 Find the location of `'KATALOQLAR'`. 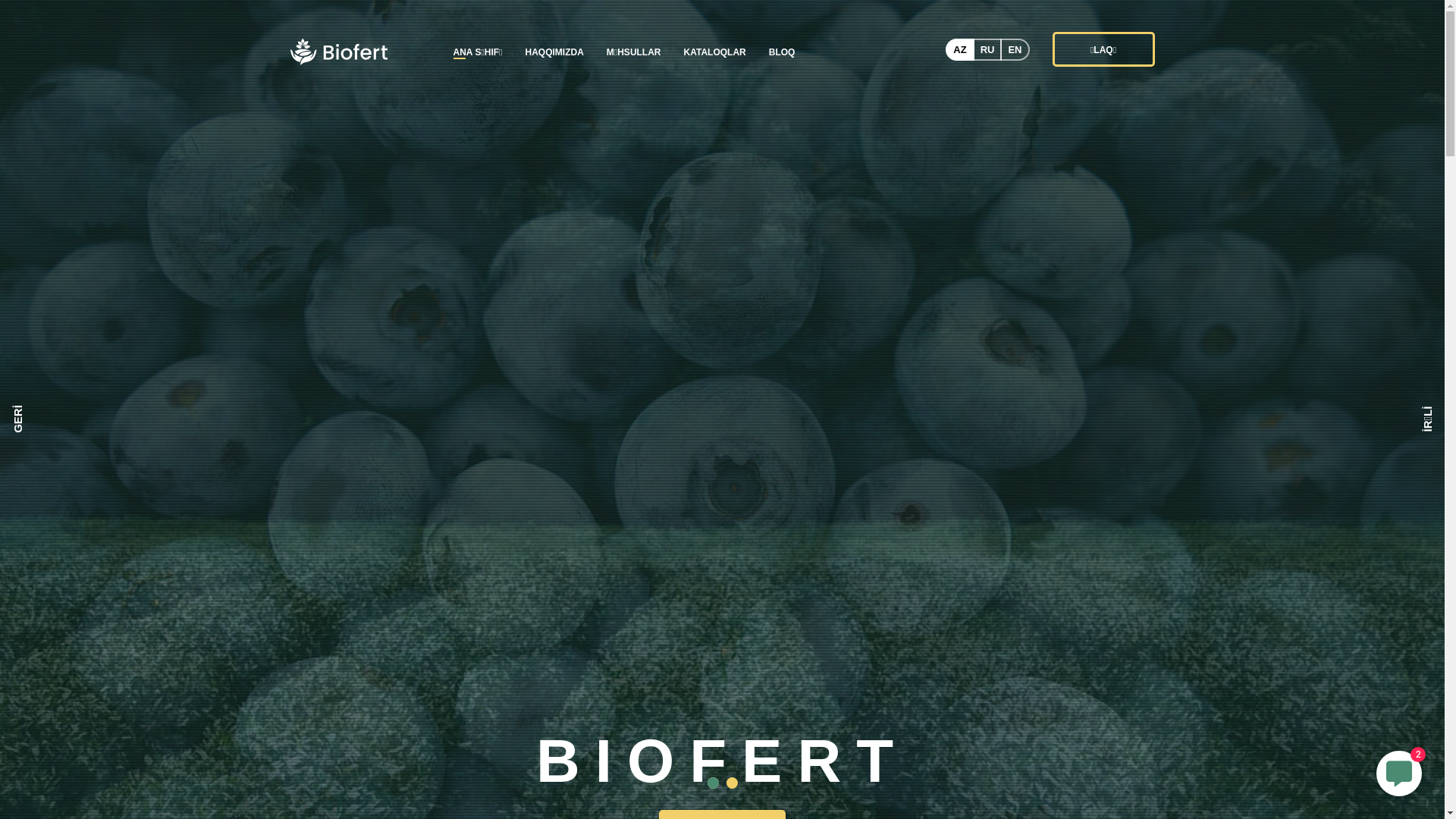

'KATALOQLAR' is located at coordinates (714, 52).